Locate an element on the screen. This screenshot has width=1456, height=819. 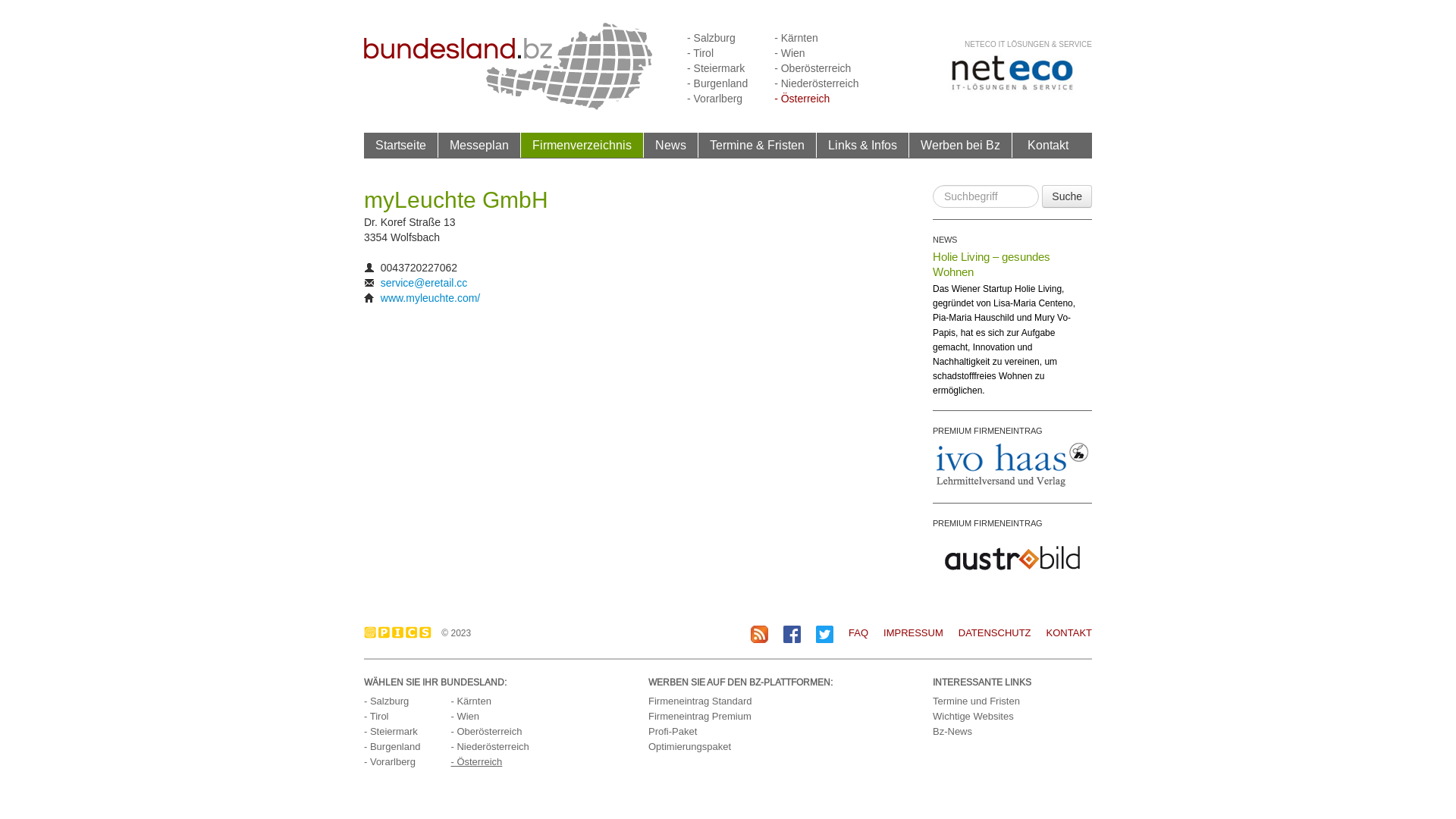
'DATENSCHUTZ' is located at coordinates (994, 632).